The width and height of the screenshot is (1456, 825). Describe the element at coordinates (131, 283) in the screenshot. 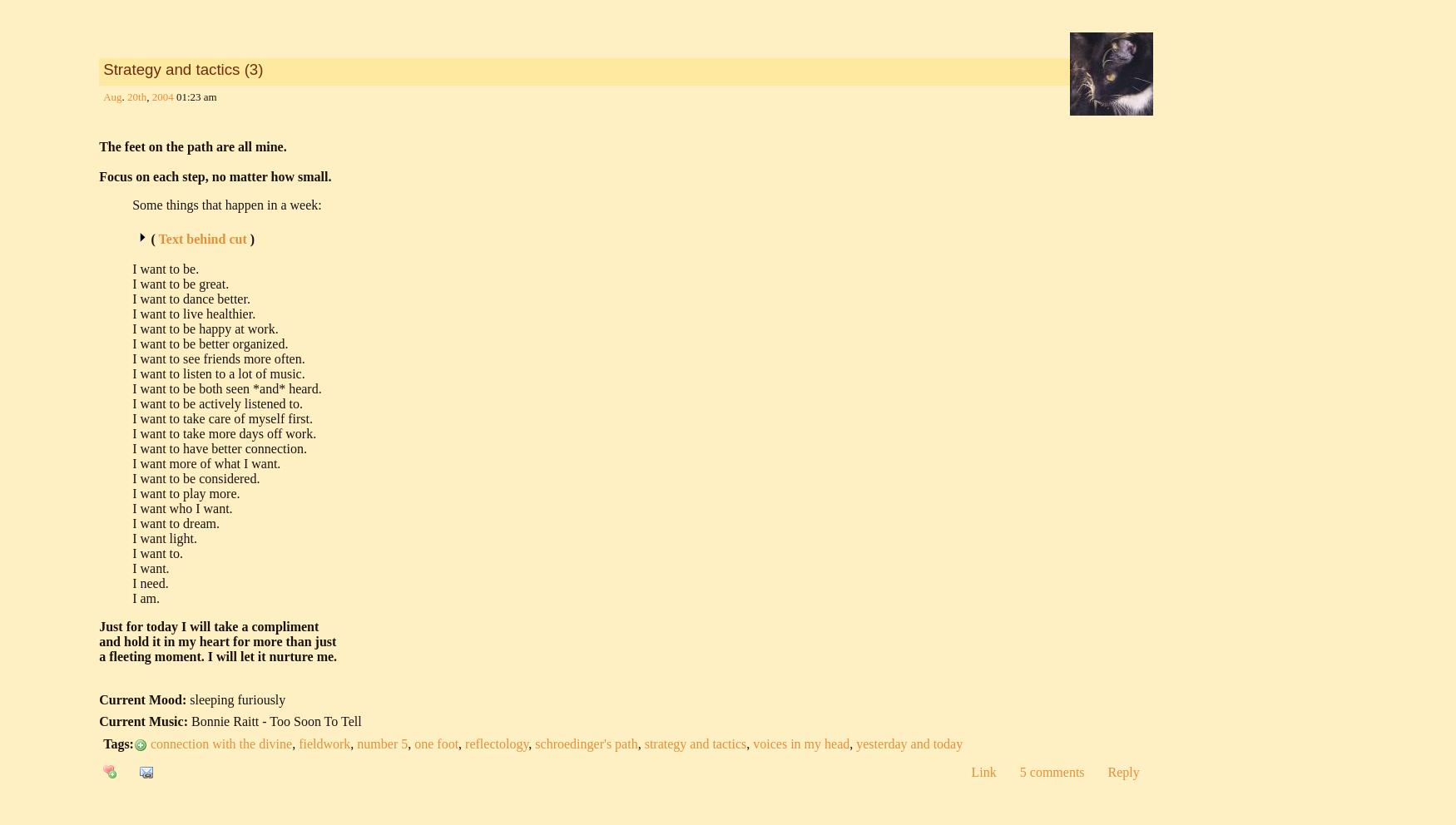

I see `'I want to be great.'` at that location.